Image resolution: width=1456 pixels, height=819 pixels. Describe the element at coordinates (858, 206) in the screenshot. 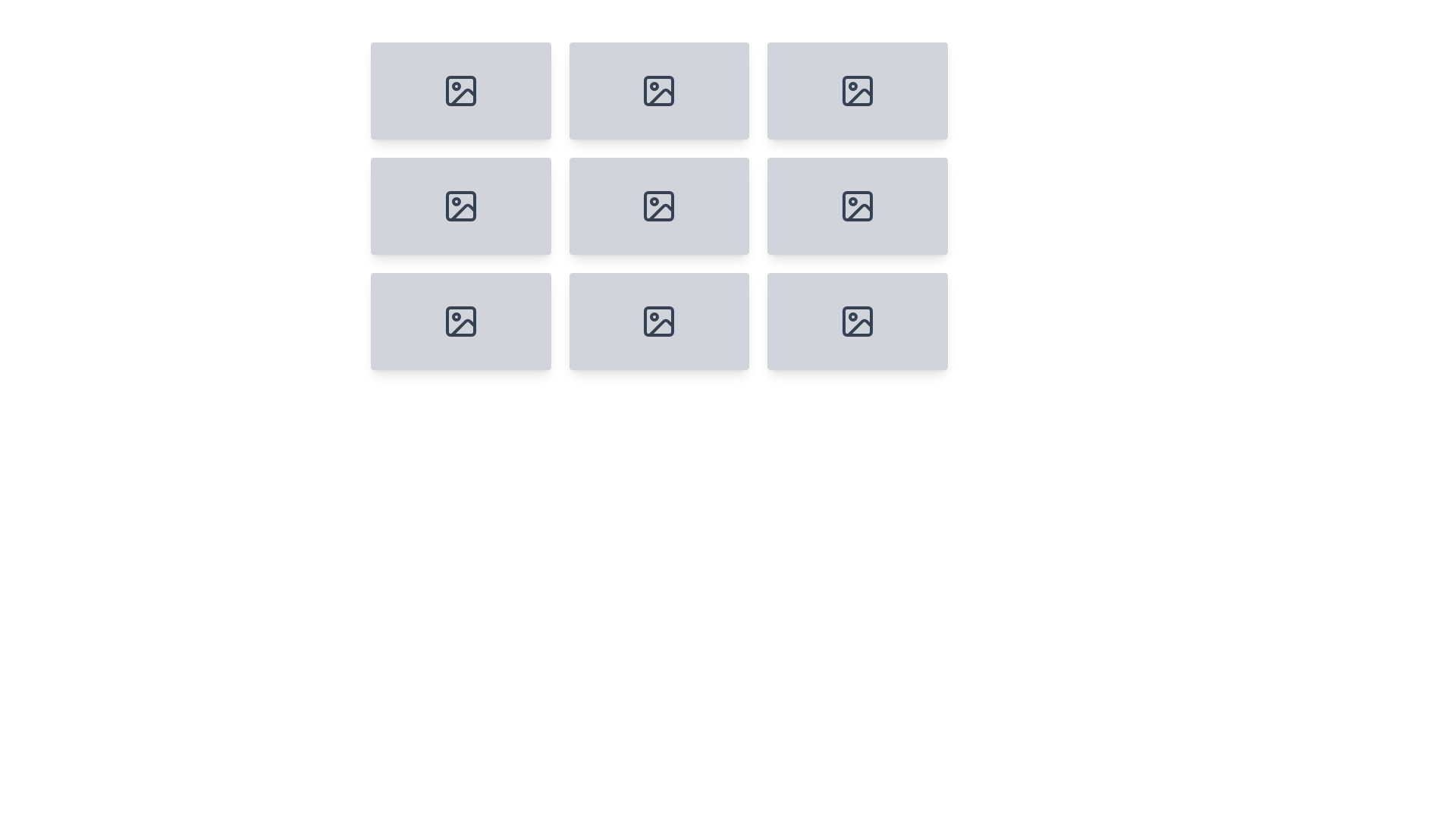

I see `the rectangular Card or content block with a light gray background that contains a centered icon resembling a stylized image glyph, located in the second row and third column of the grid layout` at that location.